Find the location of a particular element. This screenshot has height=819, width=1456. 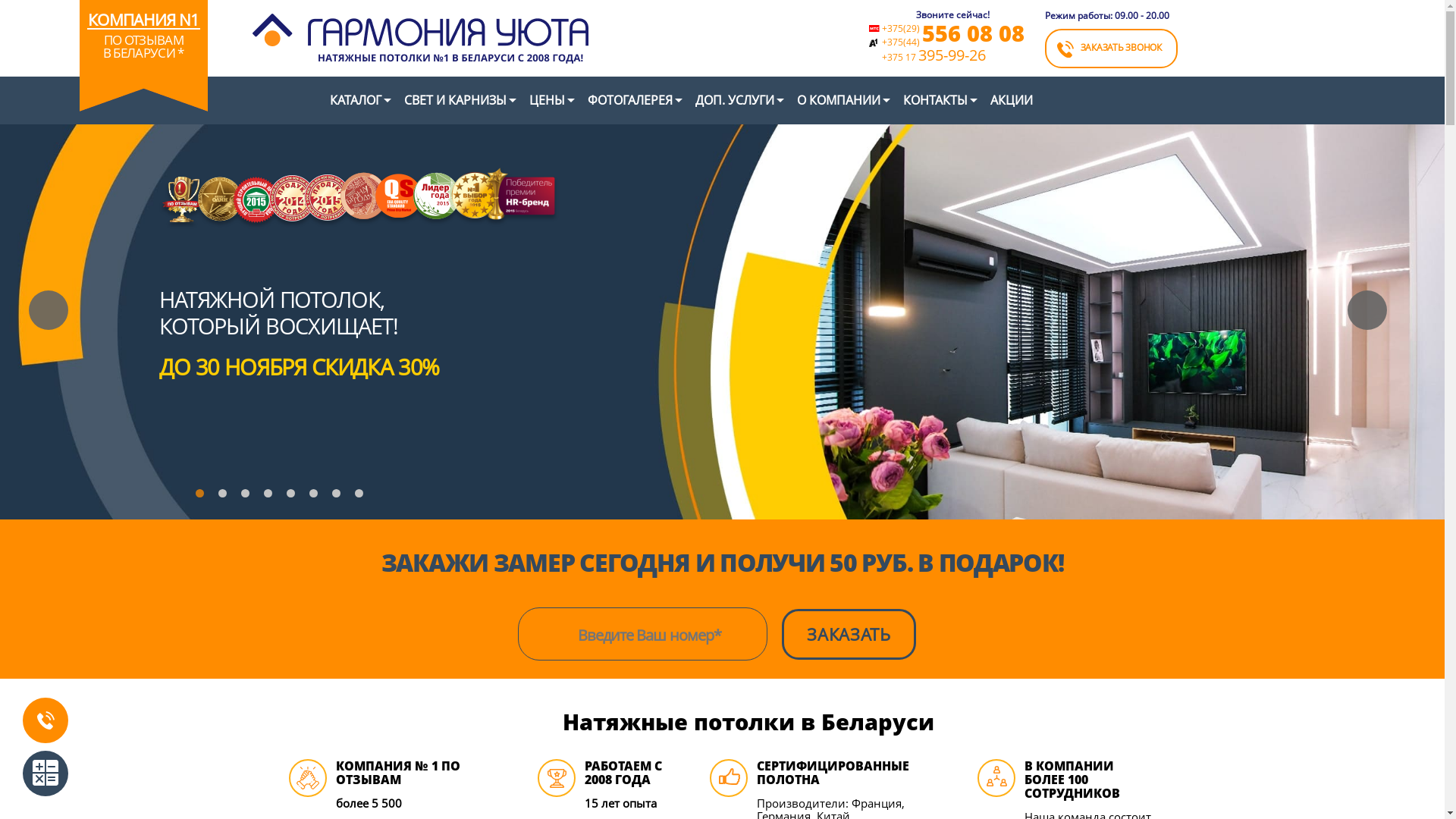

'6' is located at coordinates (315, 497).